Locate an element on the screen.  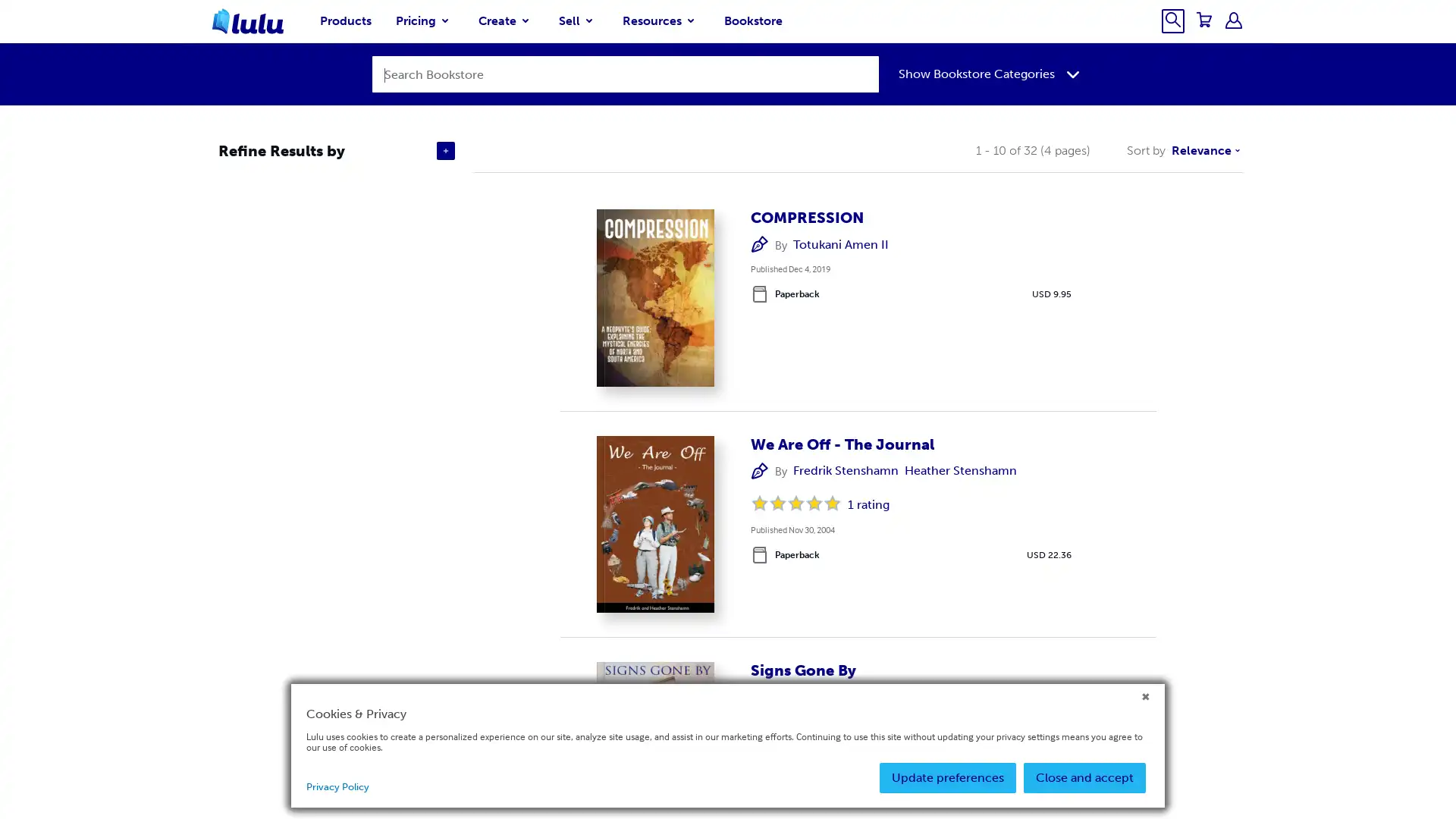
Choose 2 stars is located at coordinates (778, 503).